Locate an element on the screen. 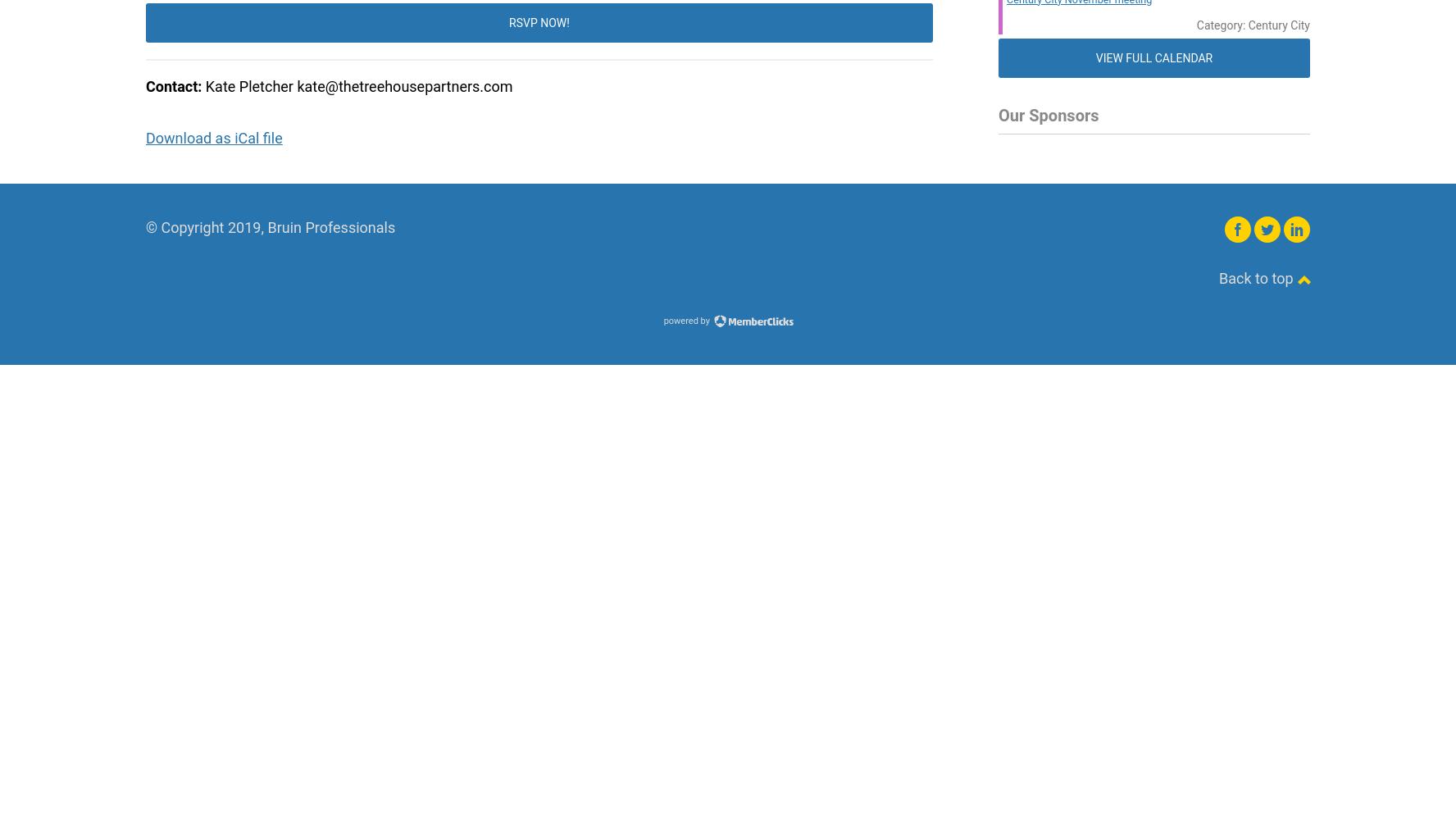 Image resolution: width=1456 pixels, height=820 pixels. 'powered by' is located at coordinates (687, 320).